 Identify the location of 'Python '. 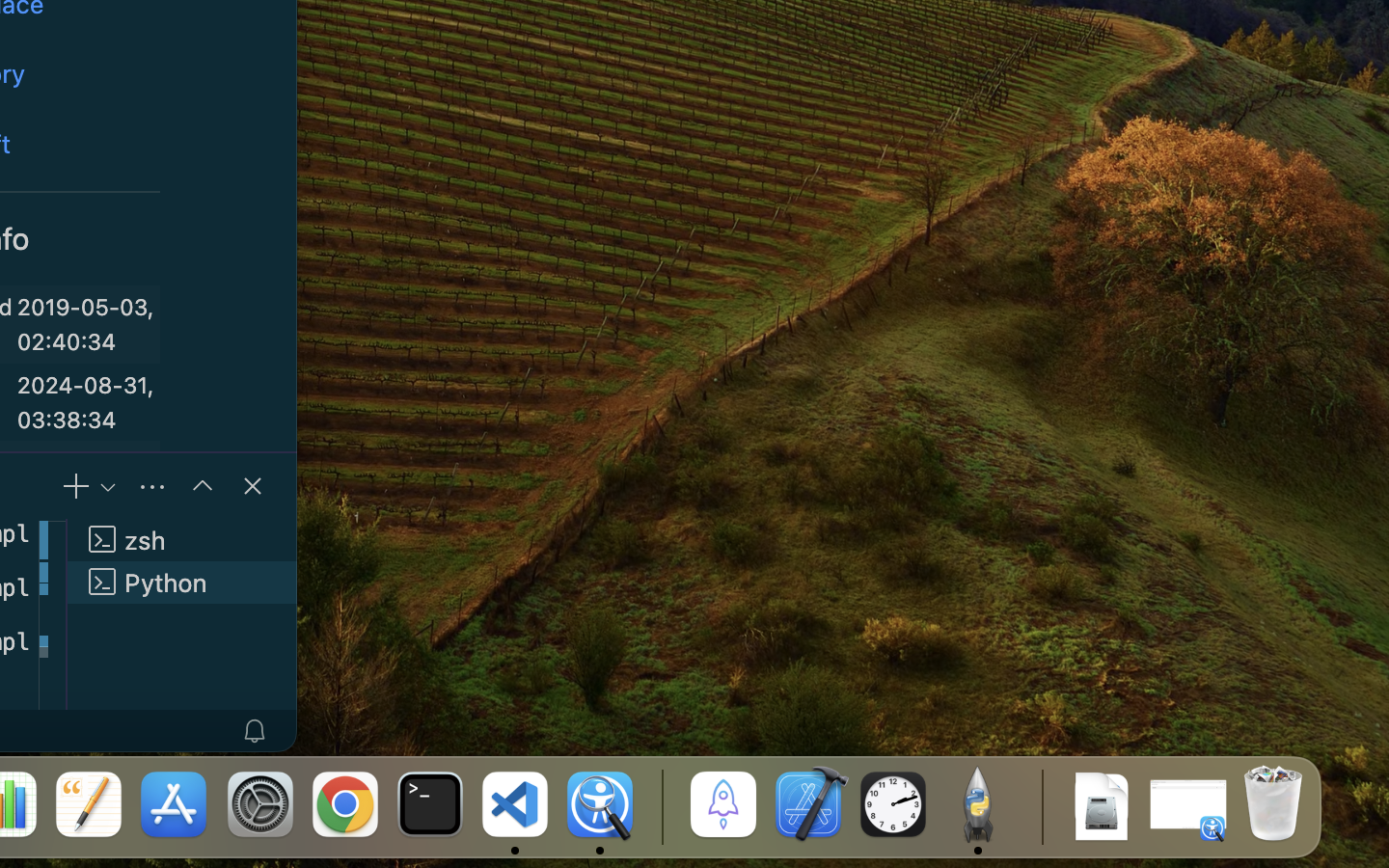
(182, 582).